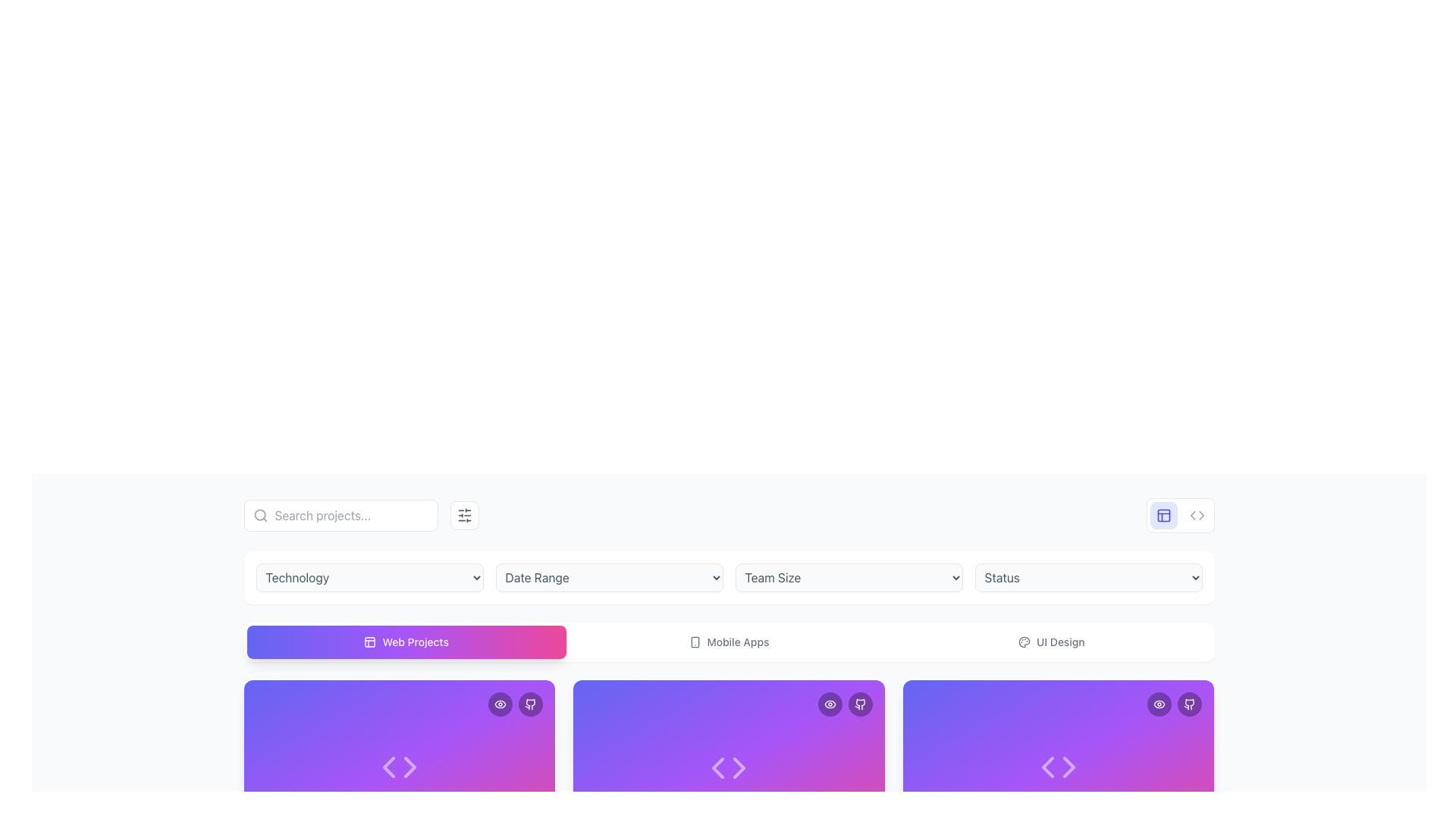 The width and height of the screenshot is (1456, 819). Describe the element at coordinates (516, 704) in the screenshot. I see `the interactive button group located at the top-right corner of a purple gradient card` at that location.